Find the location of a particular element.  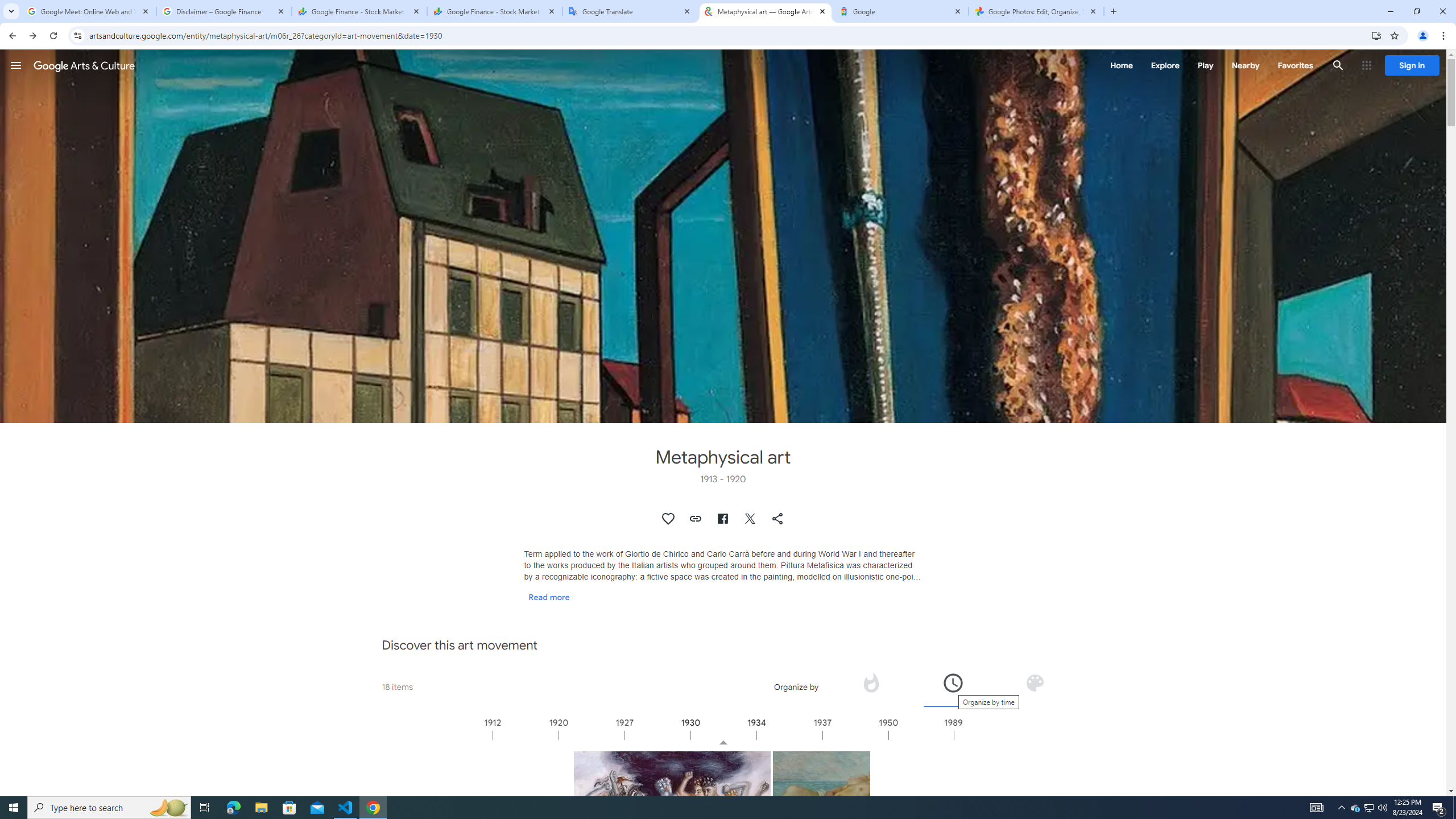

'Play' is located at coordinates (1205, 65).